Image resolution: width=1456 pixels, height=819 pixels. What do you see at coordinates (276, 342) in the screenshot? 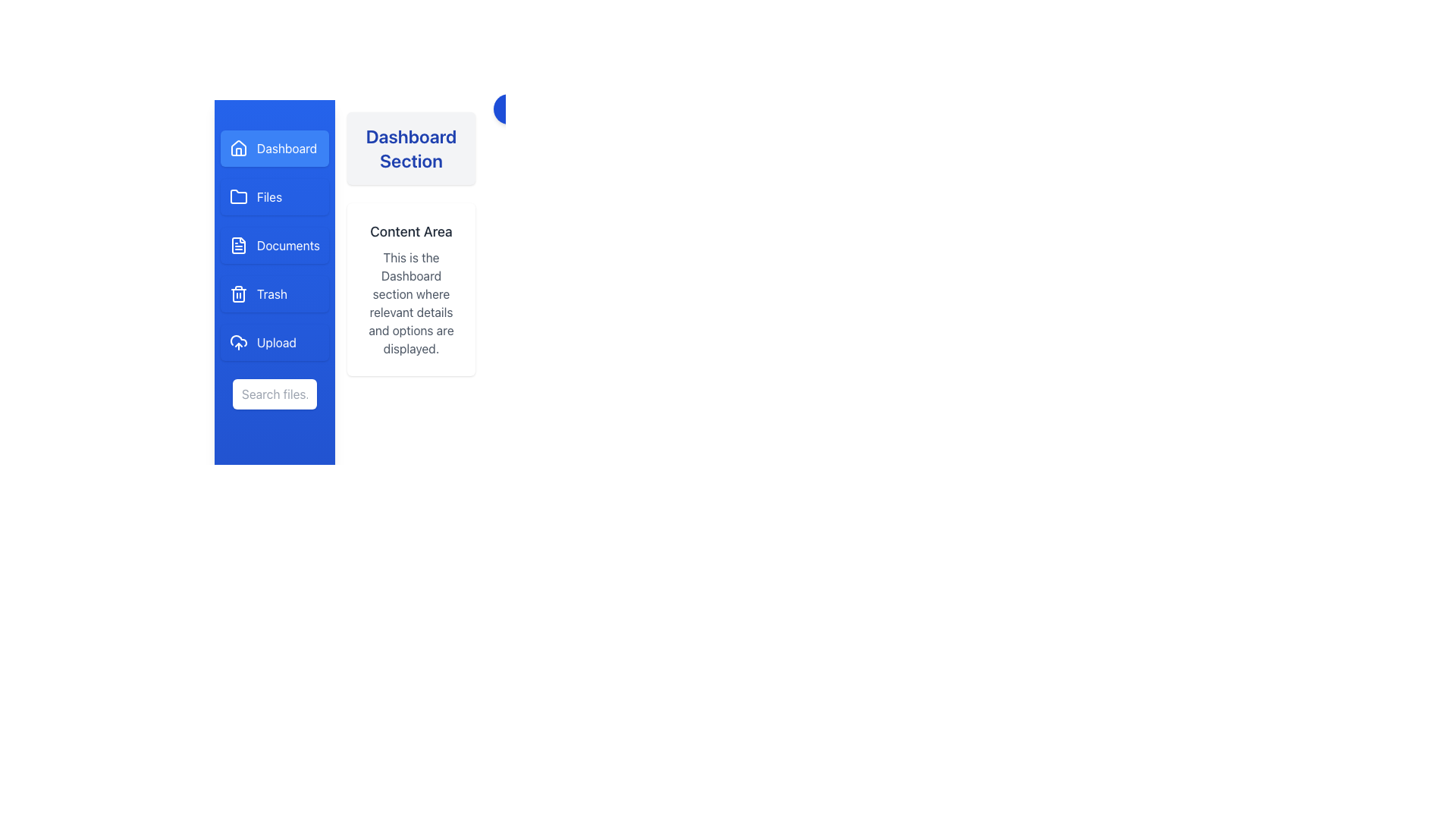
I see `the Text label within the Upload button located in the left sidebar, which is the fifth button in the sequence, positioned between the Trash button and the Search files input field` at bounding box center [276, 342].